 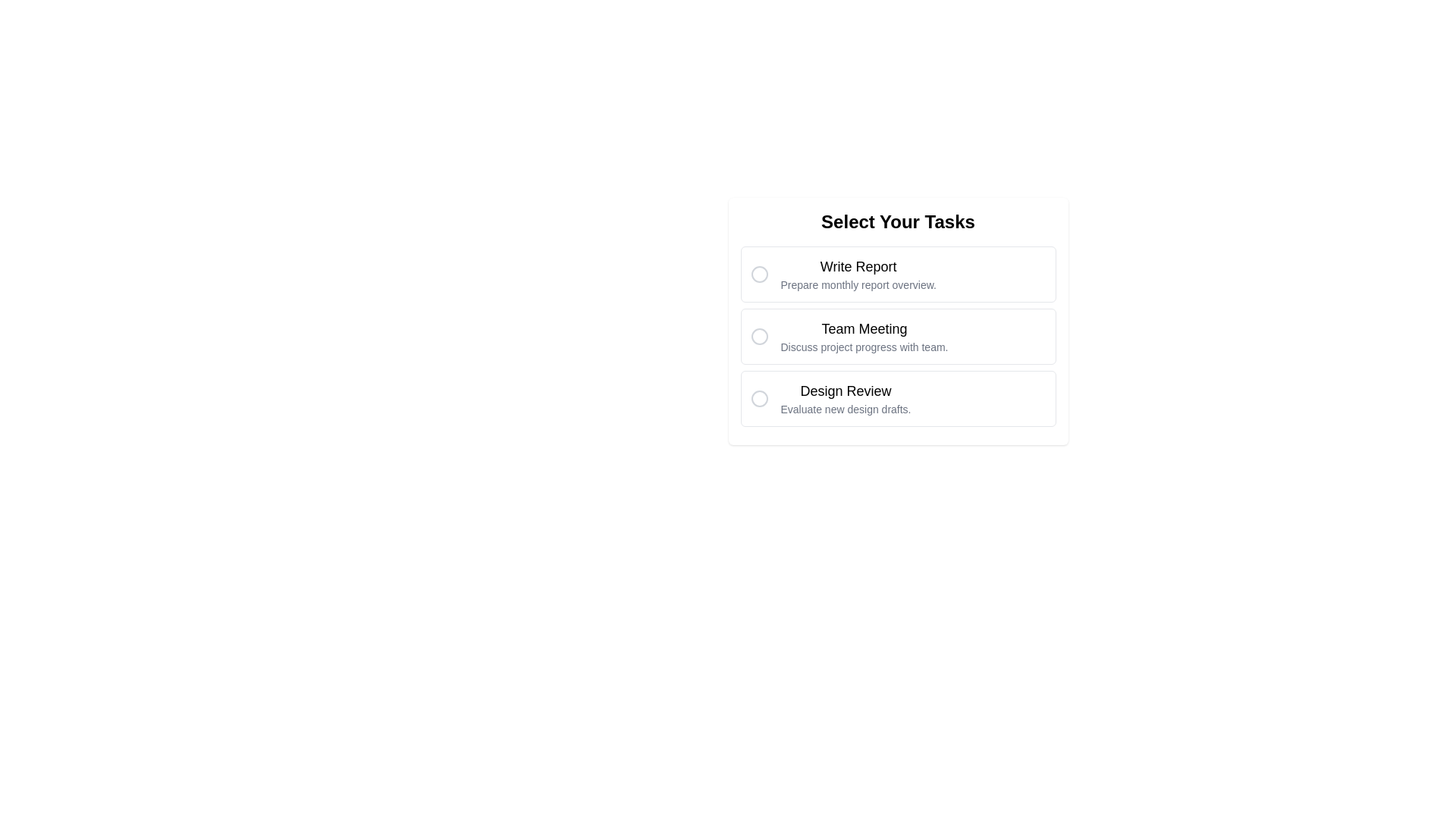 I want to click on the 'Design Review' label, which is the title of the third task in a vertically arranged list of tasks, displayed in a medium-sized, bold black font, so click(x=845, y=391).